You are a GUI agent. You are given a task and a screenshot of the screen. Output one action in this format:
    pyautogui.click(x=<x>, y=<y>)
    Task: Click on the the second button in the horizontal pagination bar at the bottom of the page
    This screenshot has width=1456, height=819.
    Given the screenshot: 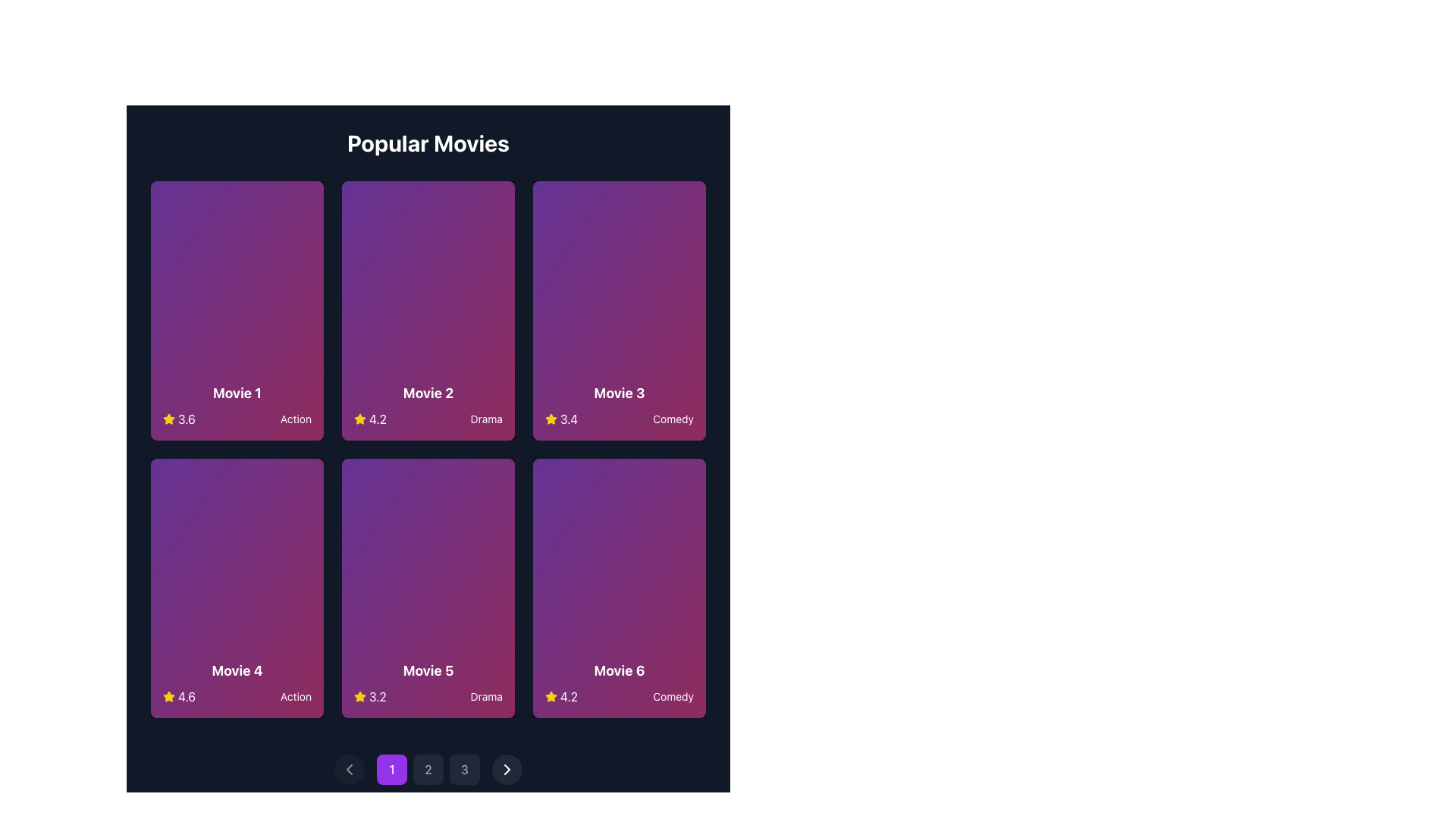 What is the action you would take?
    pyautogui.click(x=428, y=769)
    